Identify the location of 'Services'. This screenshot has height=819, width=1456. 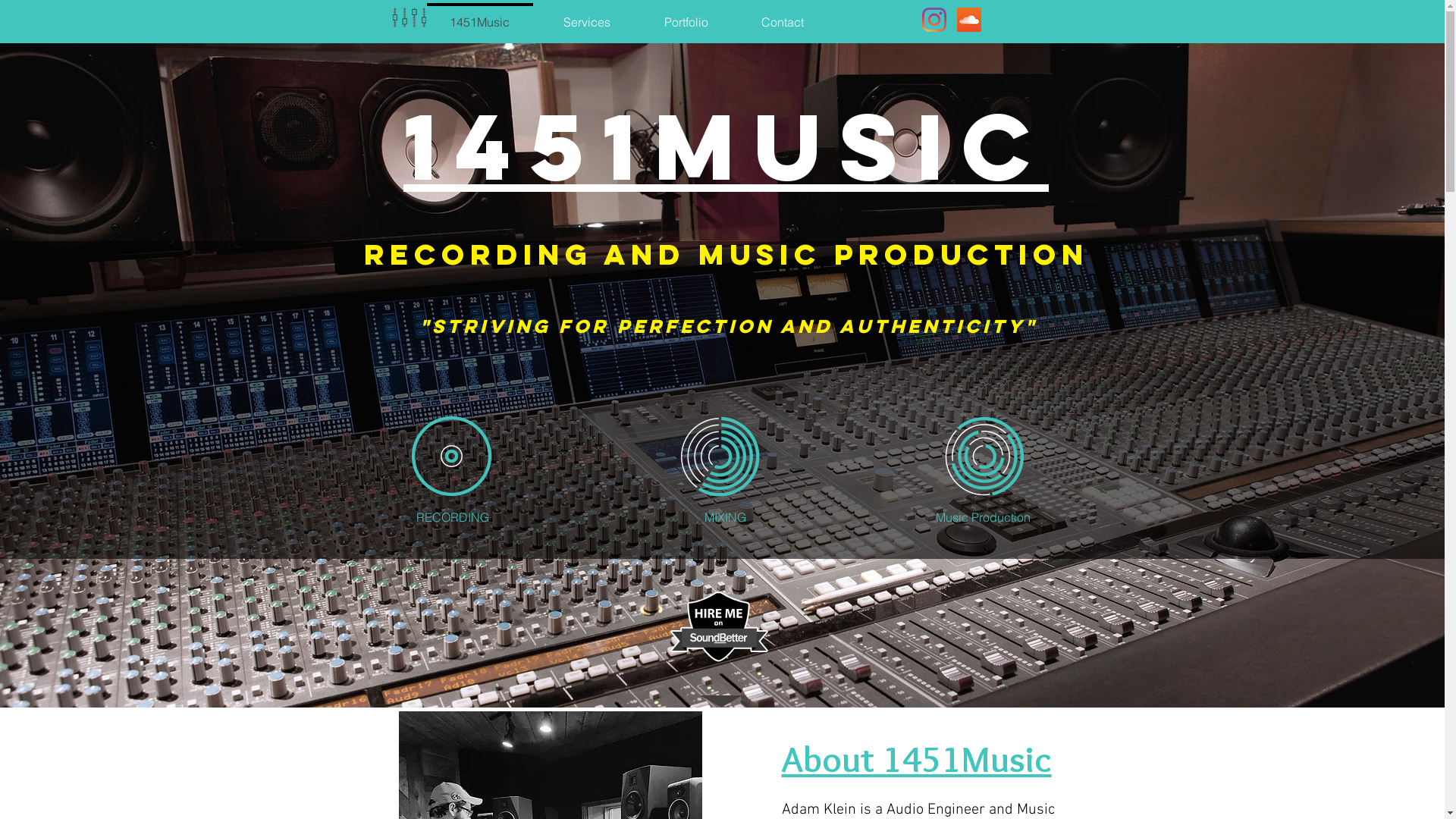
(586, 15).